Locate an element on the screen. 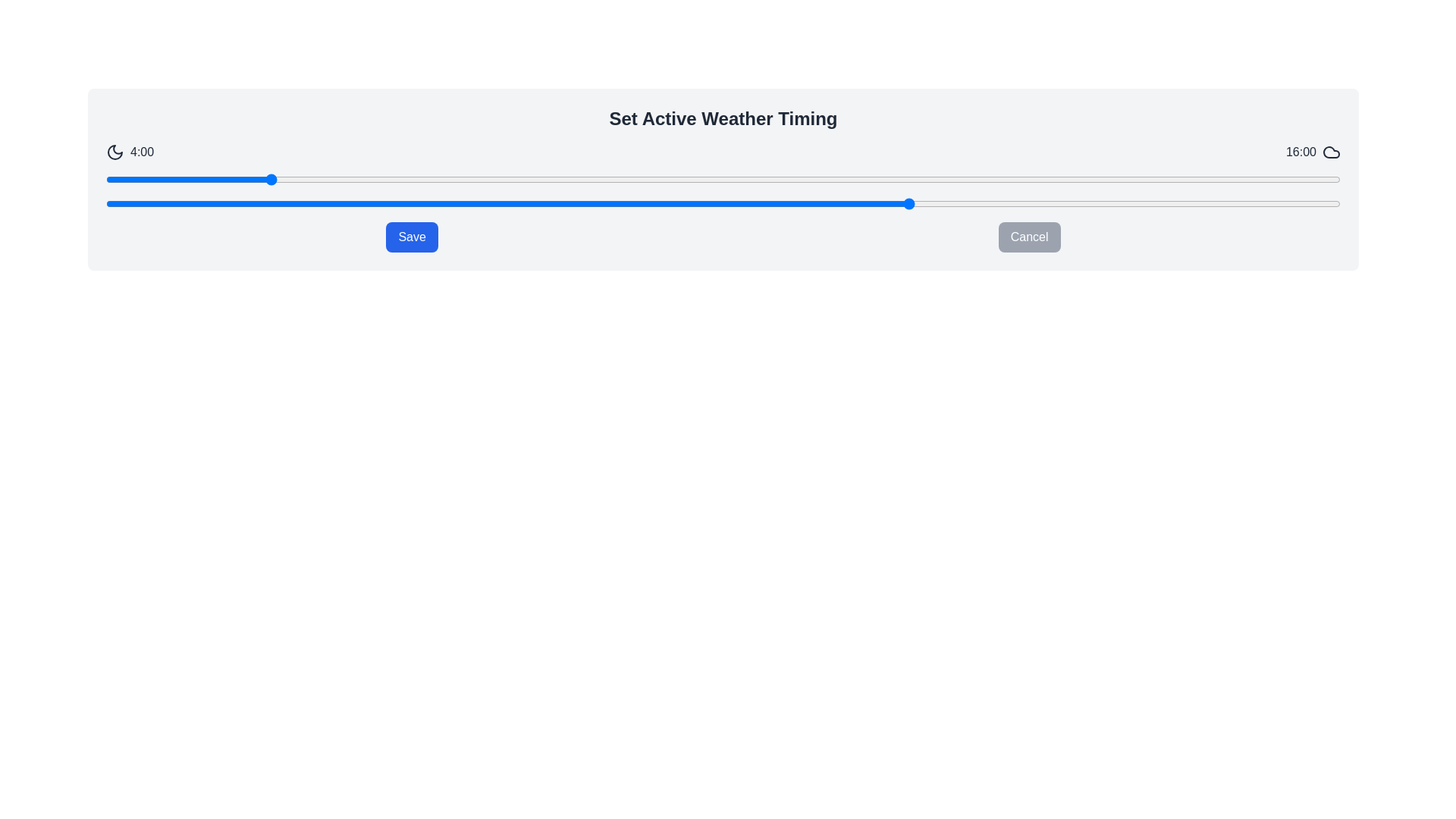  the 'Cancel' button, which has a gray background and white text, positioned to the right of the 'Save' button is located at coordinates (1029, 237).